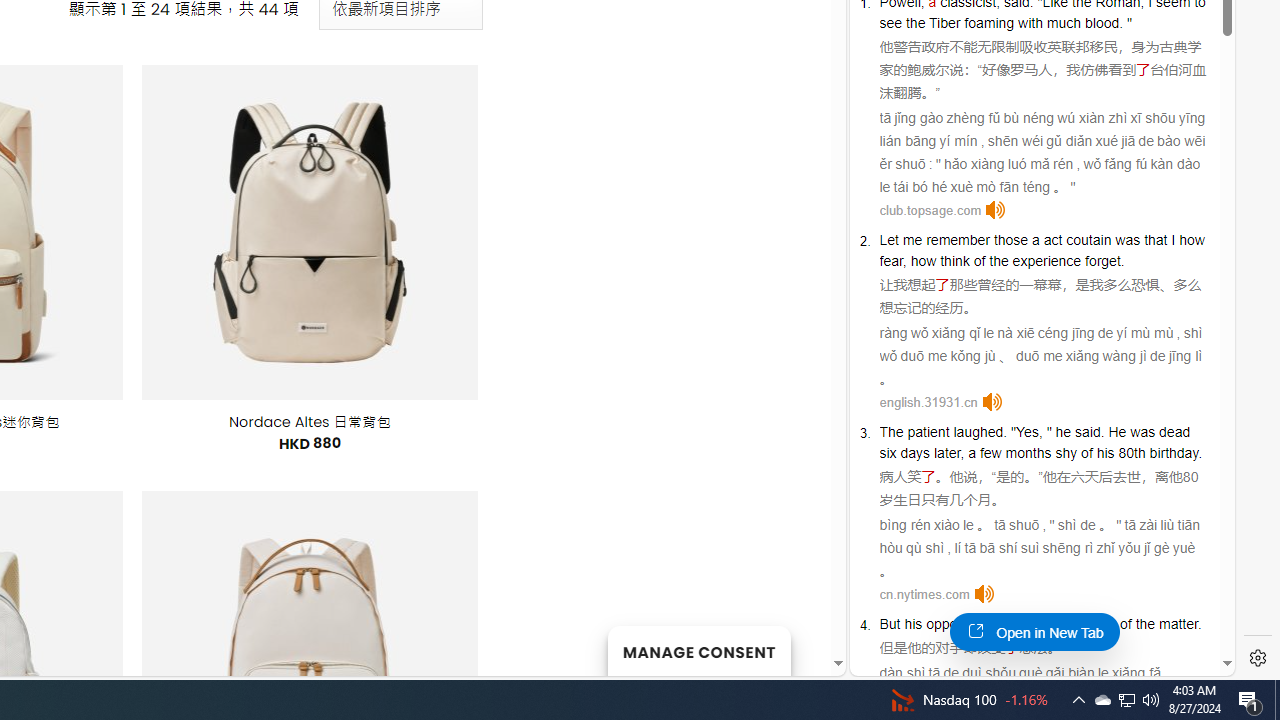 The height and width of the screenshot is (720, 1280). Describe the element at coordinates (946, 452) in the screenshot. I see `'later'` at that location.